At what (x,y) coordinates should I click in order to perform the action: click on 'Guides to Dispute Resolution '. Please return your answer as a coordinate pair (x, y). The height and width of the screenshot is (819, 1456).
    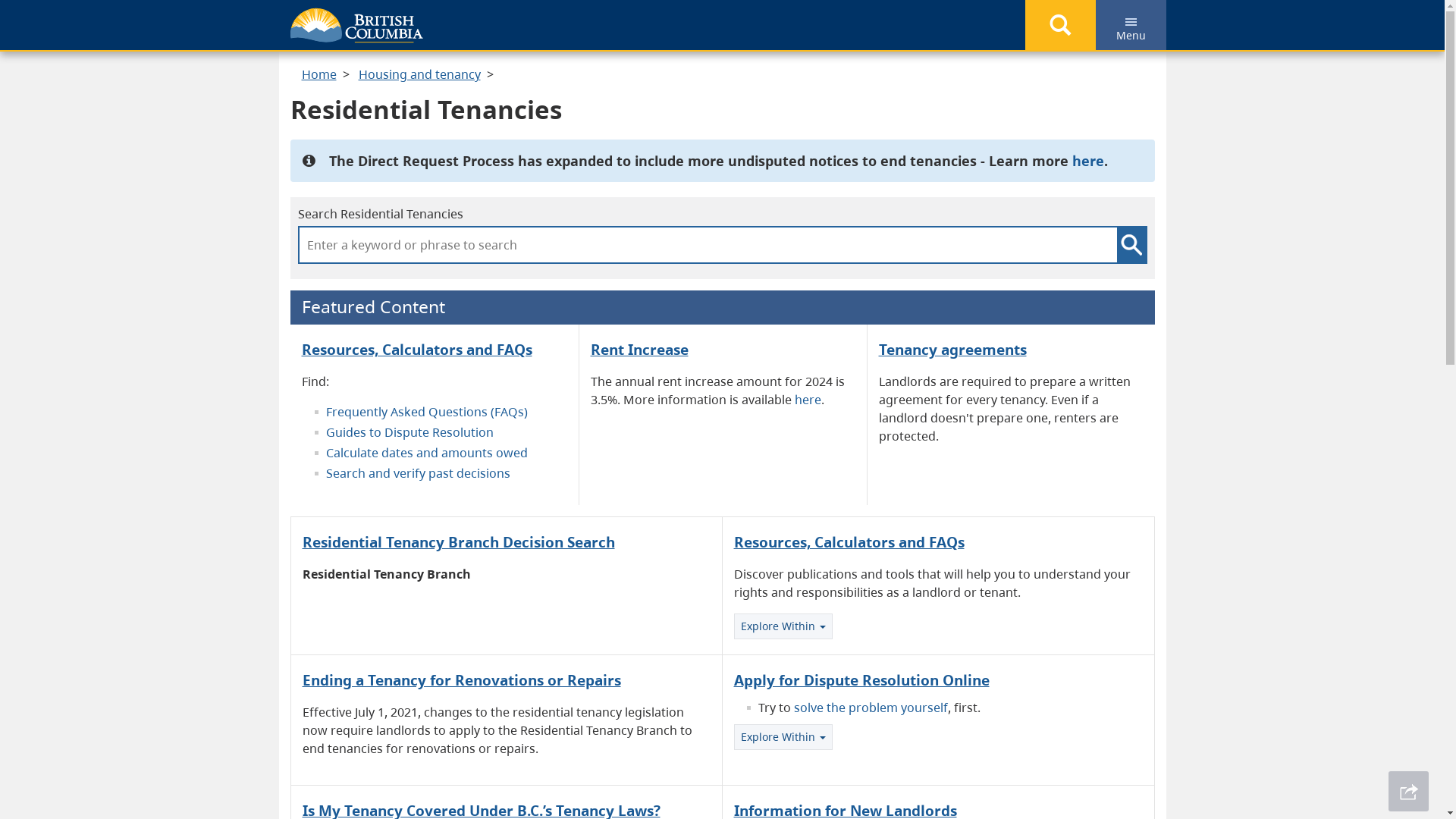
    Looking at the image, I should click on (411, 432).